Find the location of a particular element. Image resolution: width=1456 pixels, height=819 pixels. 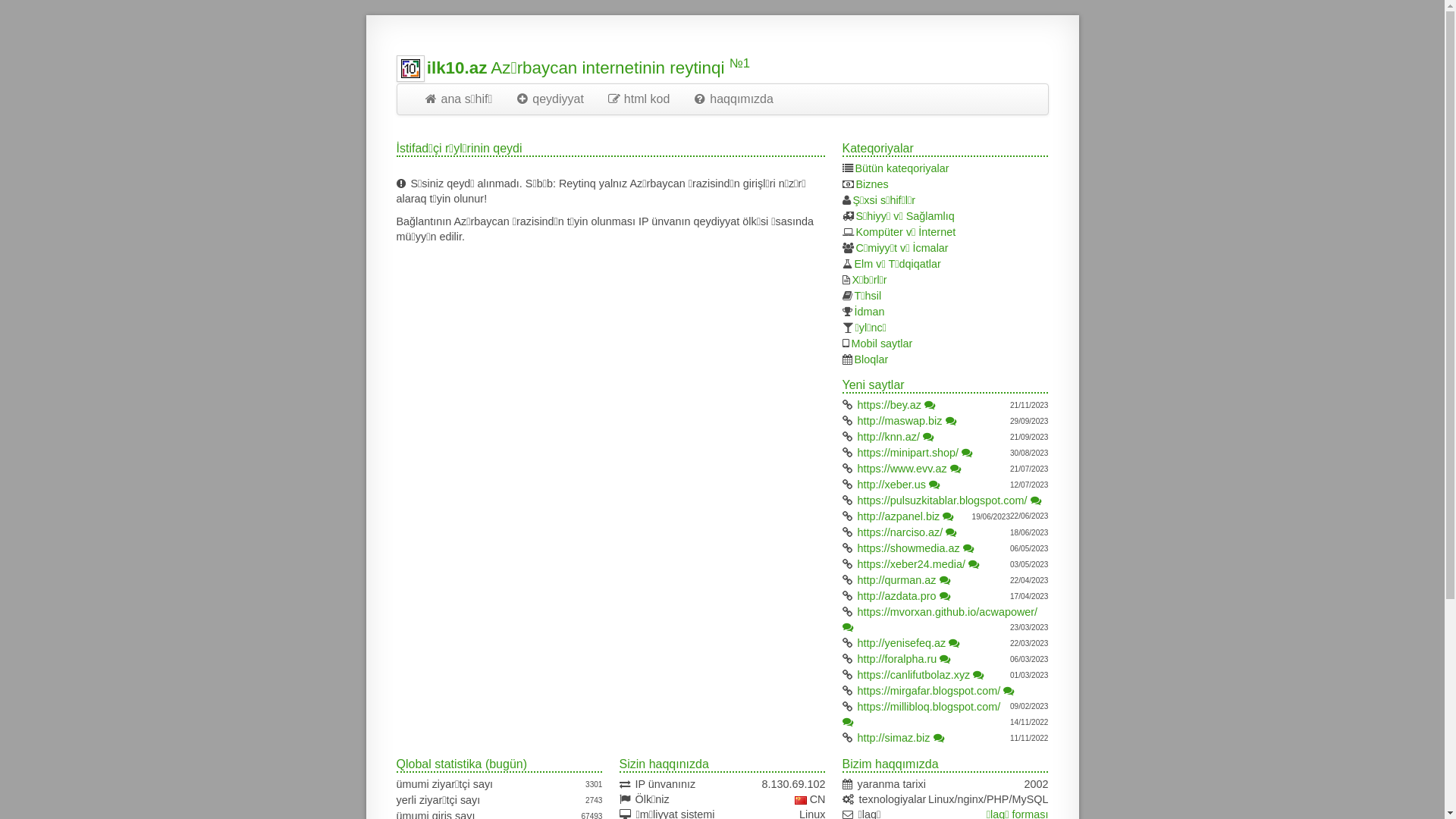

'http://simaz.biz' is located at coordinates (858, 736).